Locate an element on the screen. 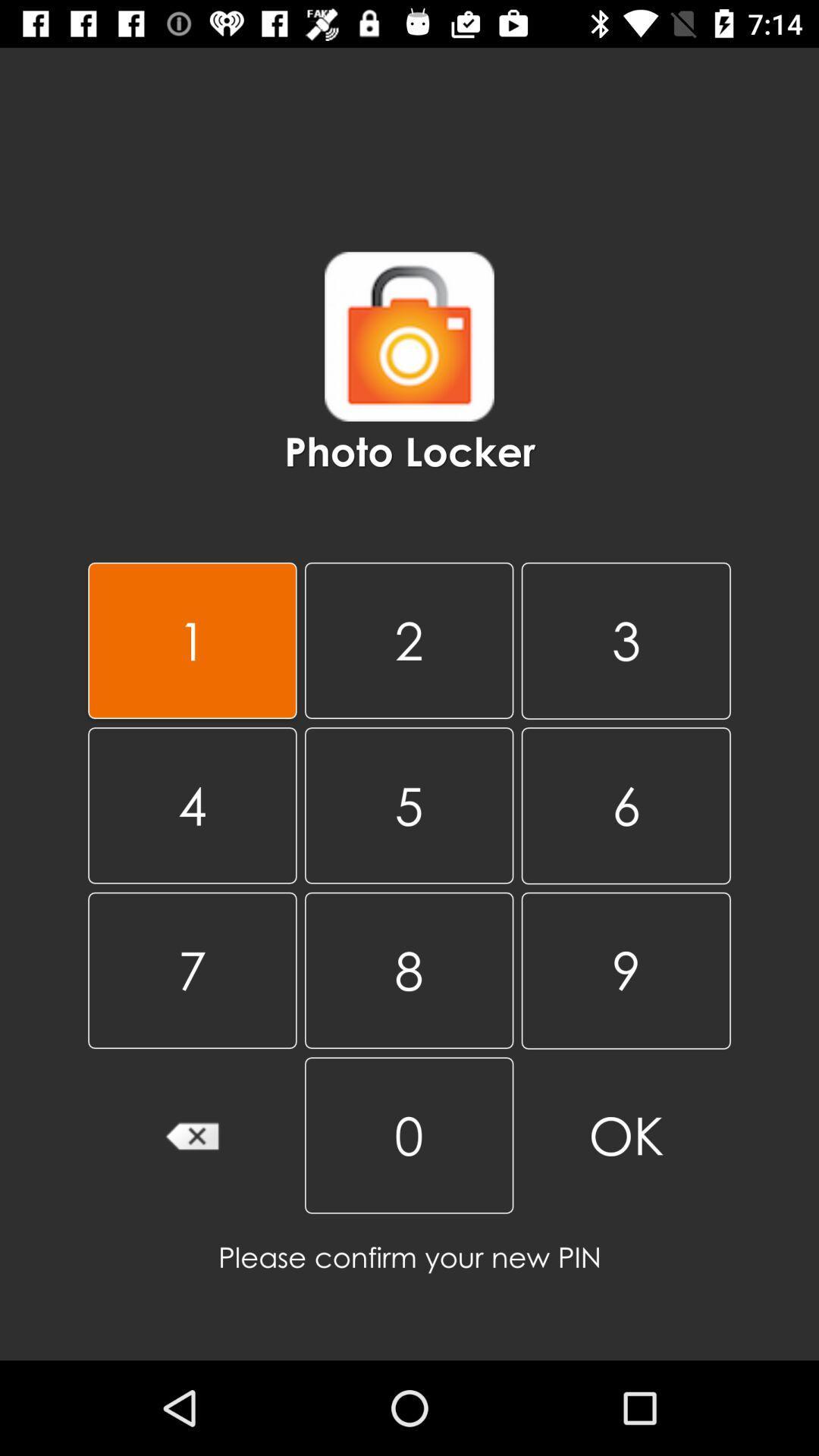 The width and height of the screenshot is (819, 1456). 8 item is located at coordinates (408, 969).